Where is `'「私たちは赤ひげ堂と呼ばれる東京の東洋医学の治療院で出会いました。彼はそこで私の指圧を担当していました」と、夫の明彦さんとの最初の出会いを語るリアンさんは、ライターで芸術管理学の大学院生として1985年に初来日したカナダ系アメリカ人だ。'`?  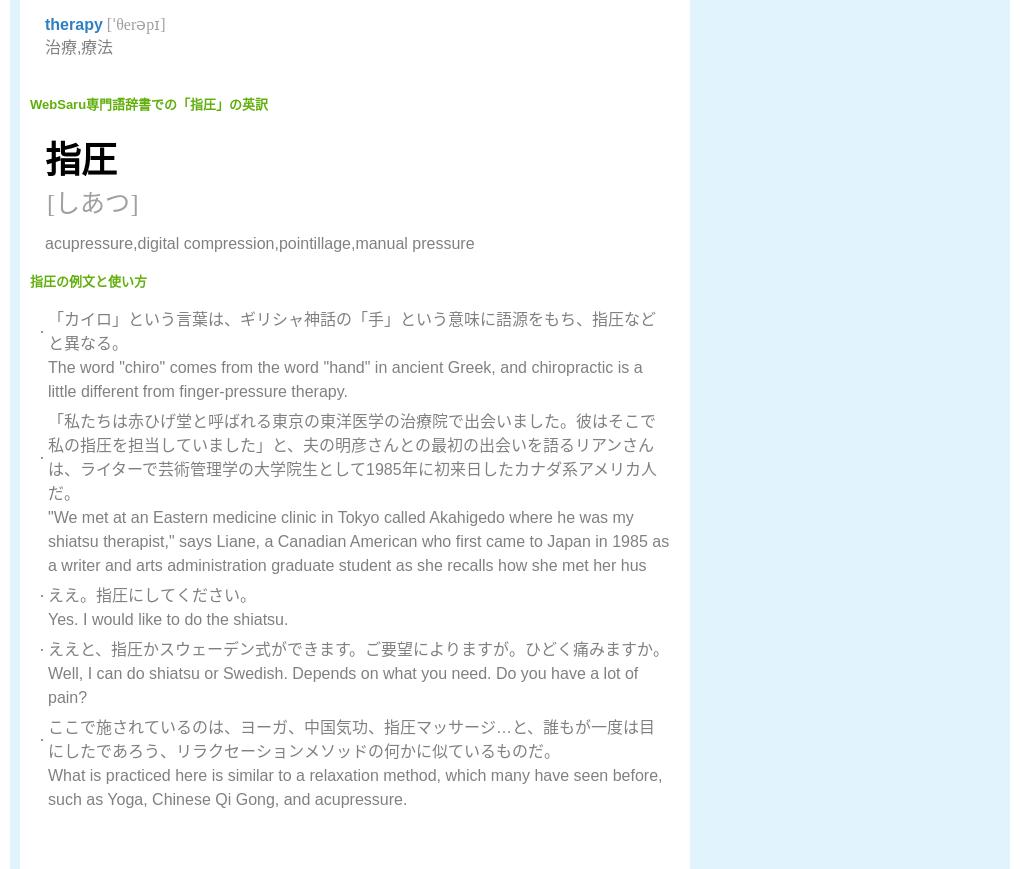
'「私たちは赤ひげ堂と呼ばれる東京の東洋医学の治療院で出会いました。彼はそこで私の指圧を担当していました」と、夫の明彦さんとの最初の出会いを語るリアンさんは、ライターで芸術管理学の大学院生として1985年に初来日したカナダ系アメリカ人だ。' is located at coordinates (351, 457).